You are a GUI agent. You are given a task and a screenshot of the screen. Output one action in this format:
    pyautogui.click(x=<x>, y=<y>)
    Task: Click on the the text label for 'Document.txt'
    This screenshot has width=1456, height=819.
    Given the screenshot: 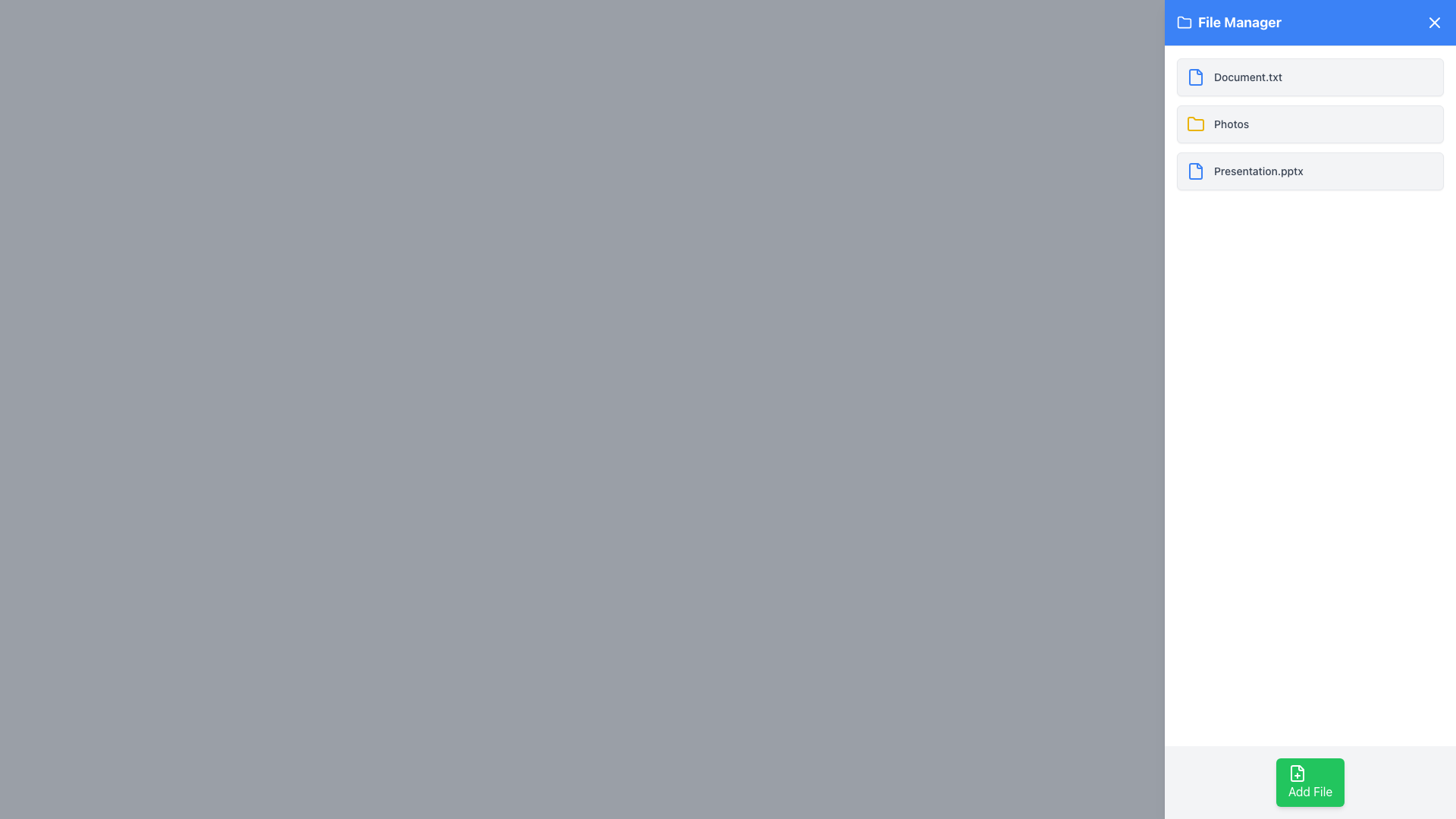 What is the action you would take?
    pyautogui.click(x=1248, y=77)
    